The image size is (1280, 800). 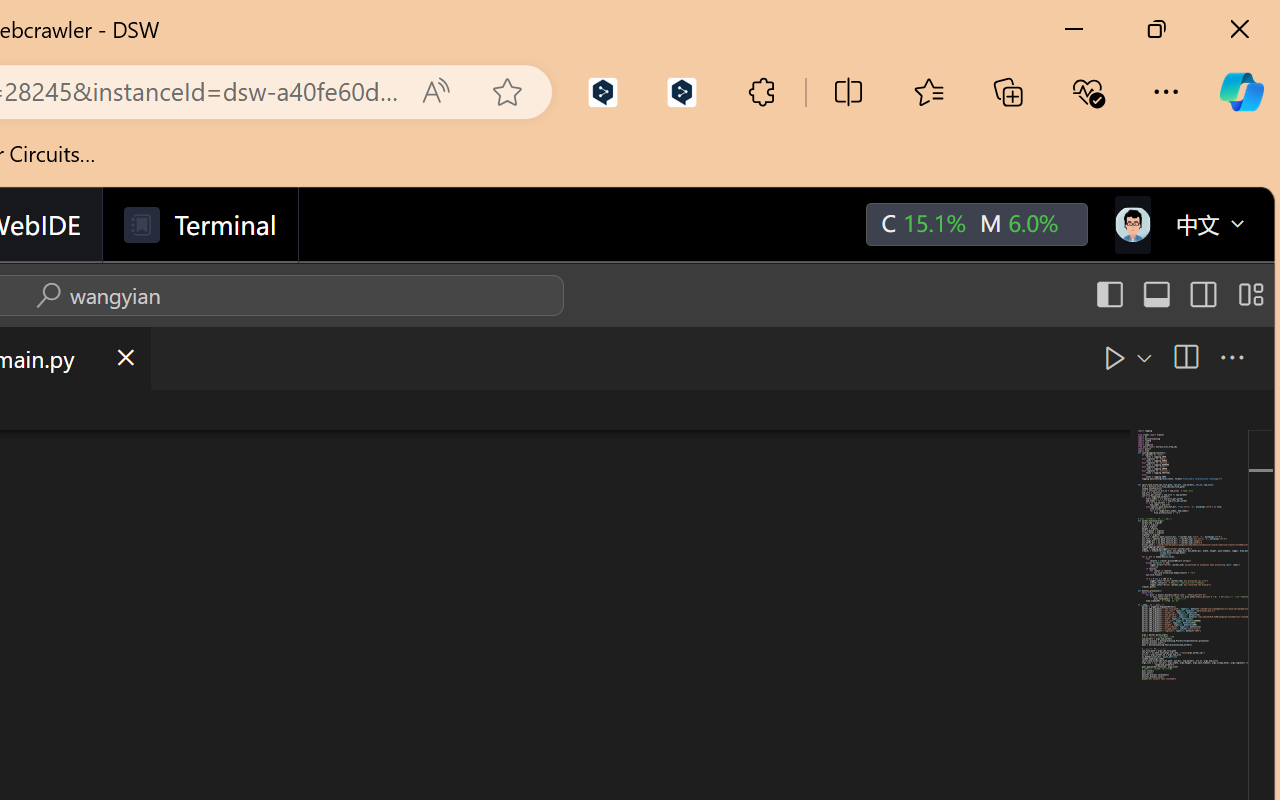 I want to click on 'Close (Ctrl+F4)', so click(x=123, y=358).